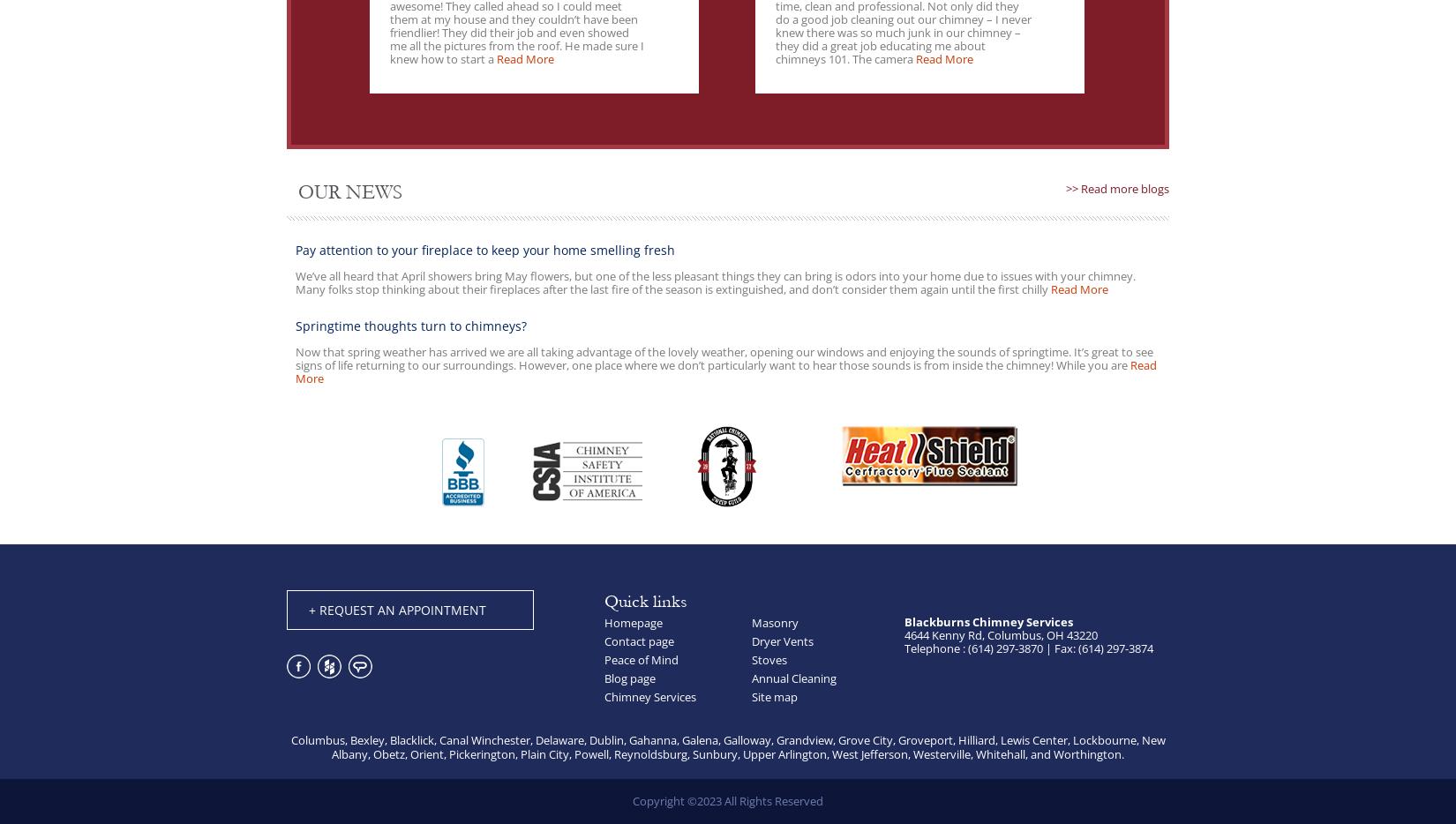 This screenshot has width=1456, height=824. What do you see at coordinates (714, 281) in the screenshot?
I see `'We’ve all heard that April showers bring May flowers, but one of the less pleasant things they can bring is odors into your home due to issues with your chimney. Many folks stop thinking about their fireplaces after the last fire of the season is extinguished, and don’t consider them again until the first chilly'` at bounding box center [714, 281].